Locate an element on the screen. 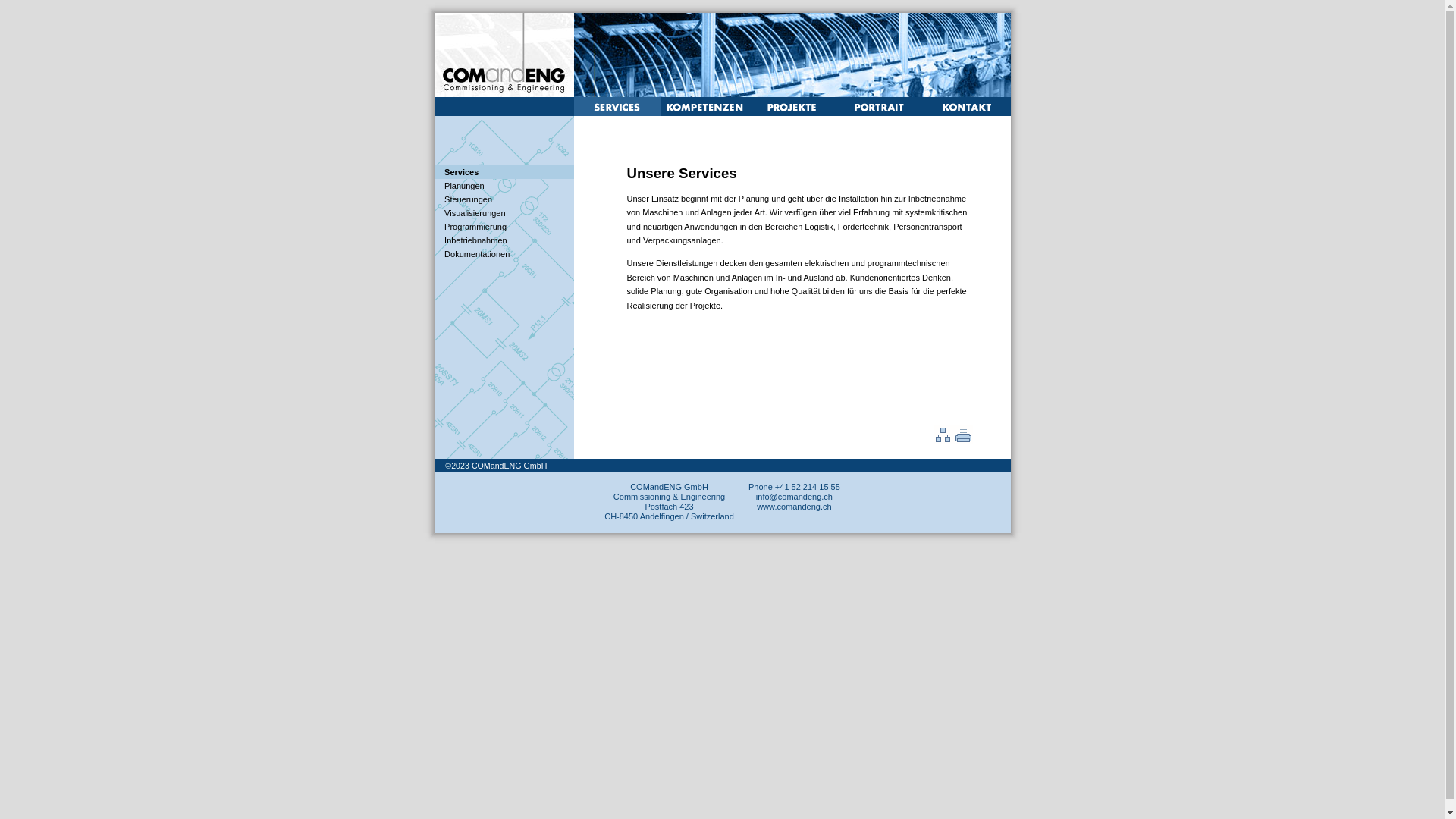 Image resolution: width=1456 pixels, height=819 pixels. 'Services' is located at coordinates (460, 171).